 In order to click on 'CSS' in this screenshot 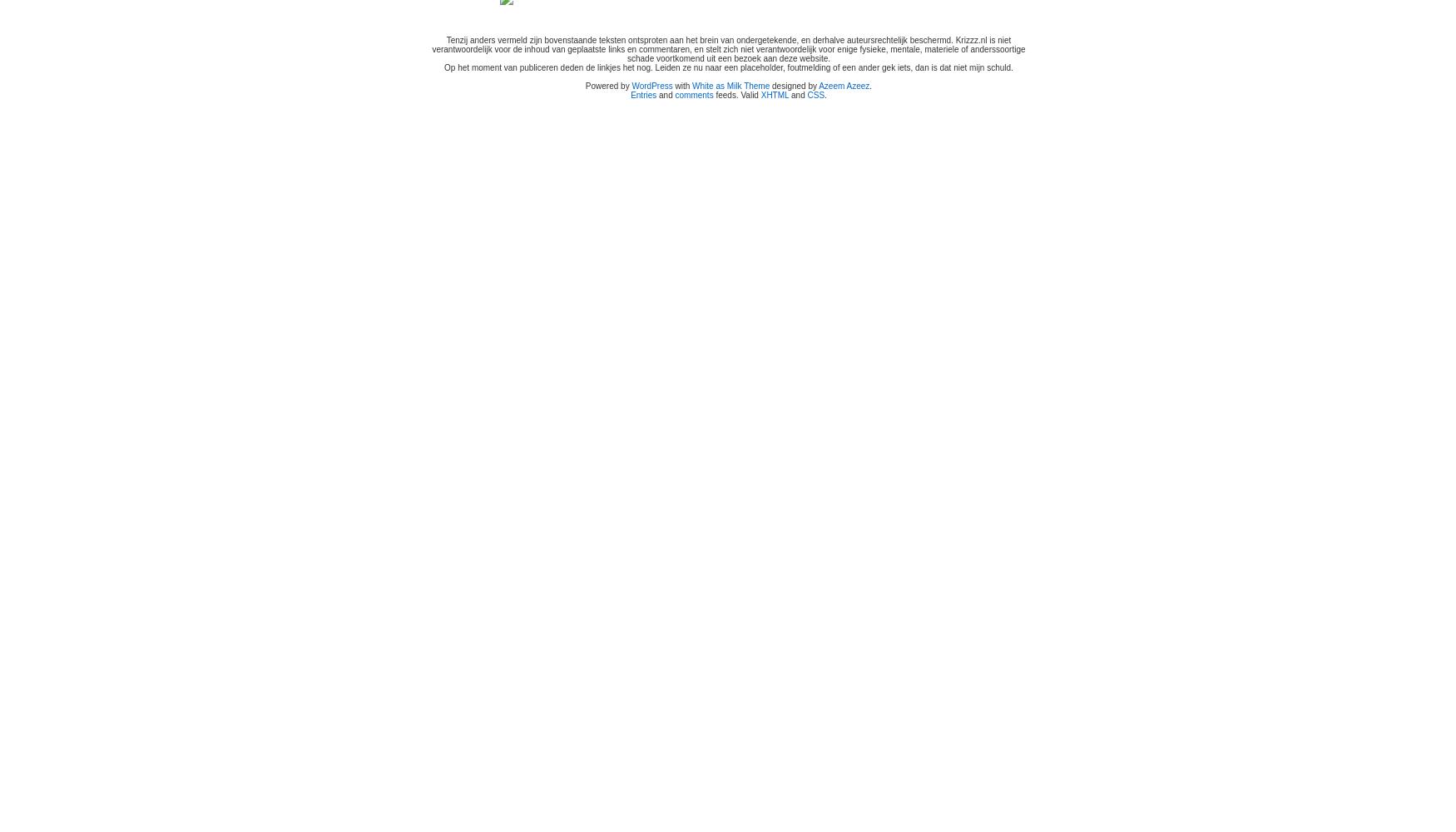, I will do `click(815, 94)`.